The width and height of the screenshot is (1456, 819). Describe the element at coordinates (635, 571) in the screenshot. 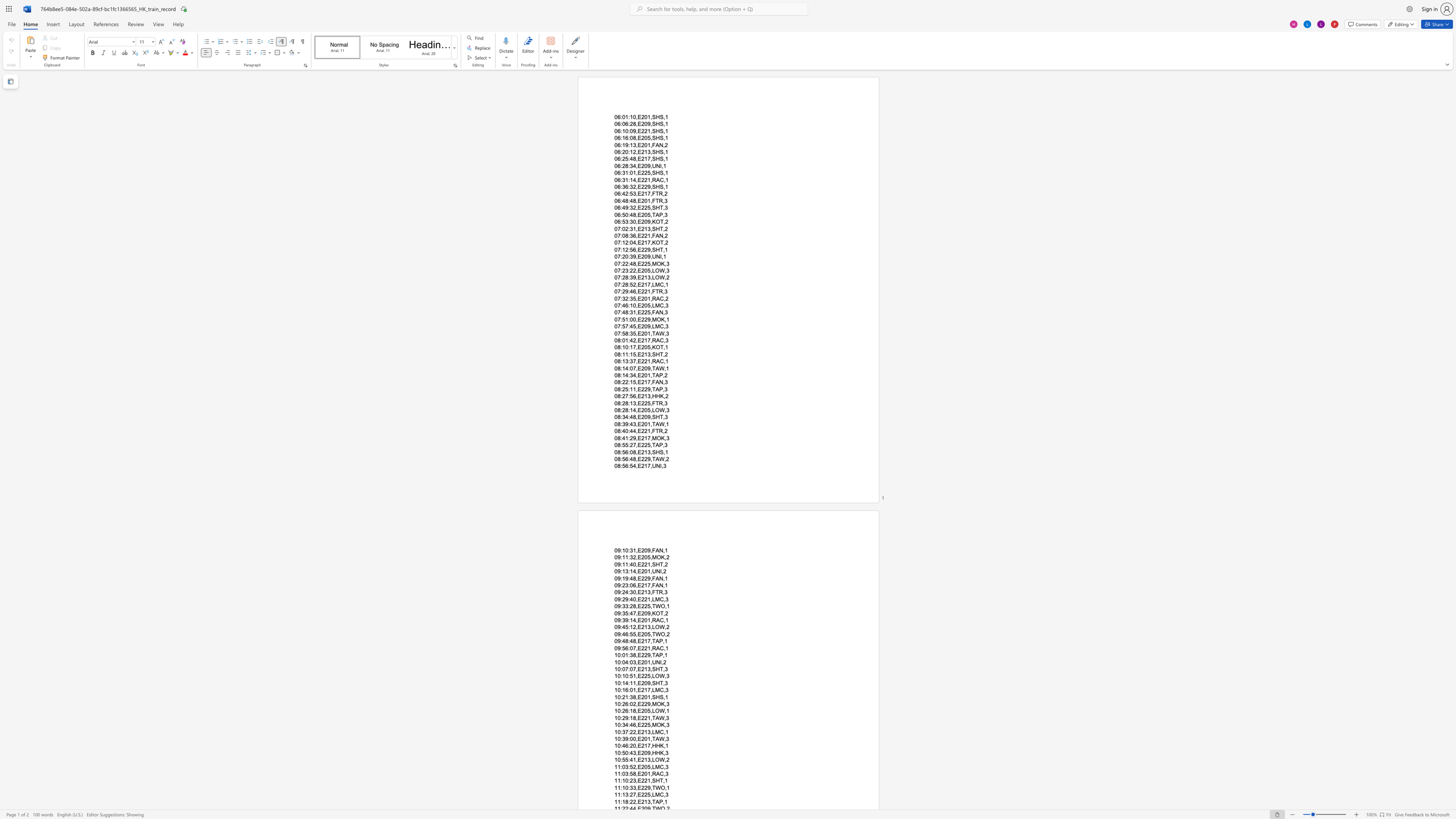

I see `the subset text ",E201,U" within the text "09:13:14,E201,UNI,2"` at that location.